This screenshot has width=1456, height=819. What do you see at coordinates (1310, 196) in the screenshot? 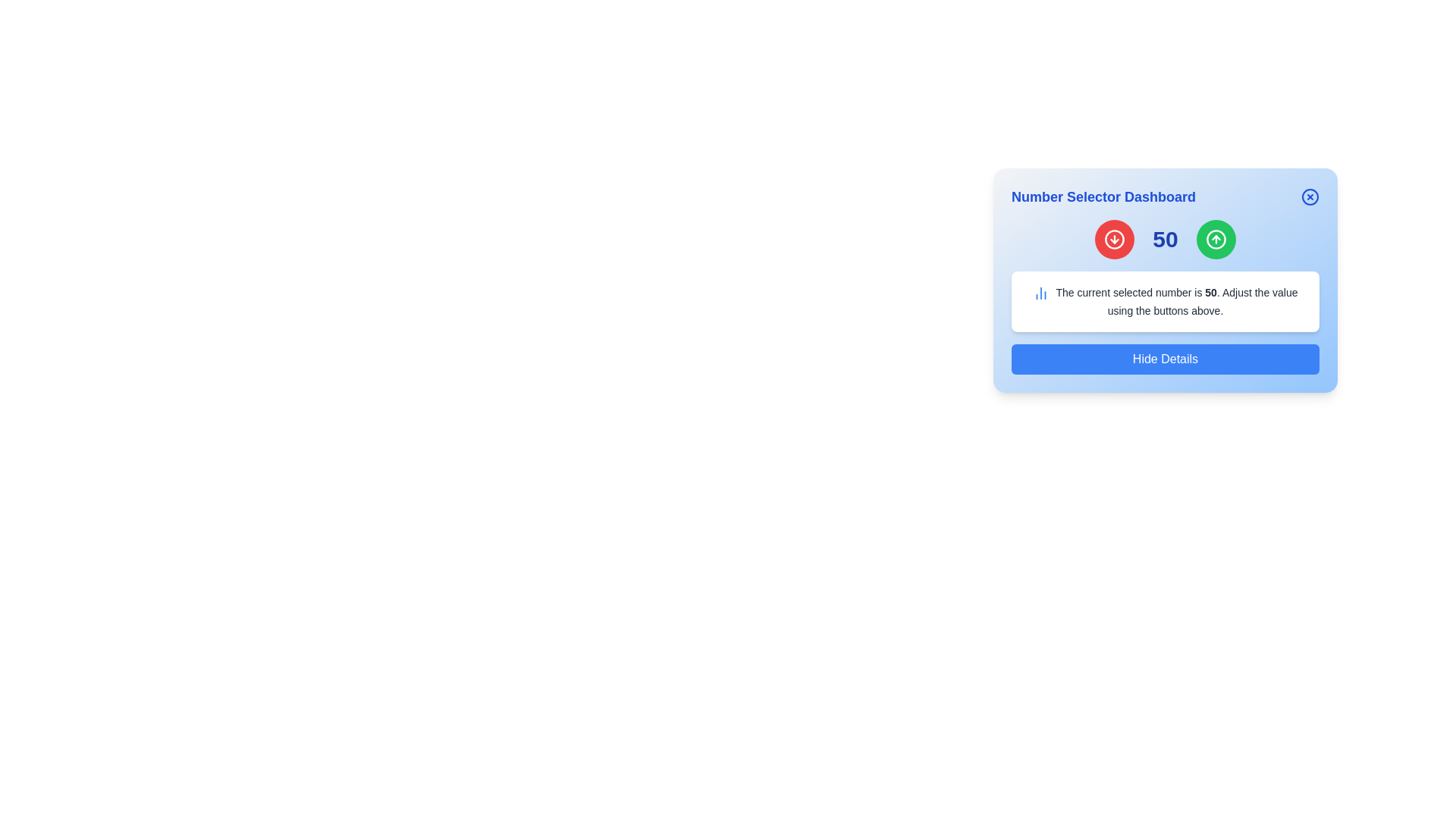
I see `the circular graphic element representing the close action for the modal located at the top-right corner of the 'Number Selector Dashboard' modal's header` at bounding box center [1310, 196].